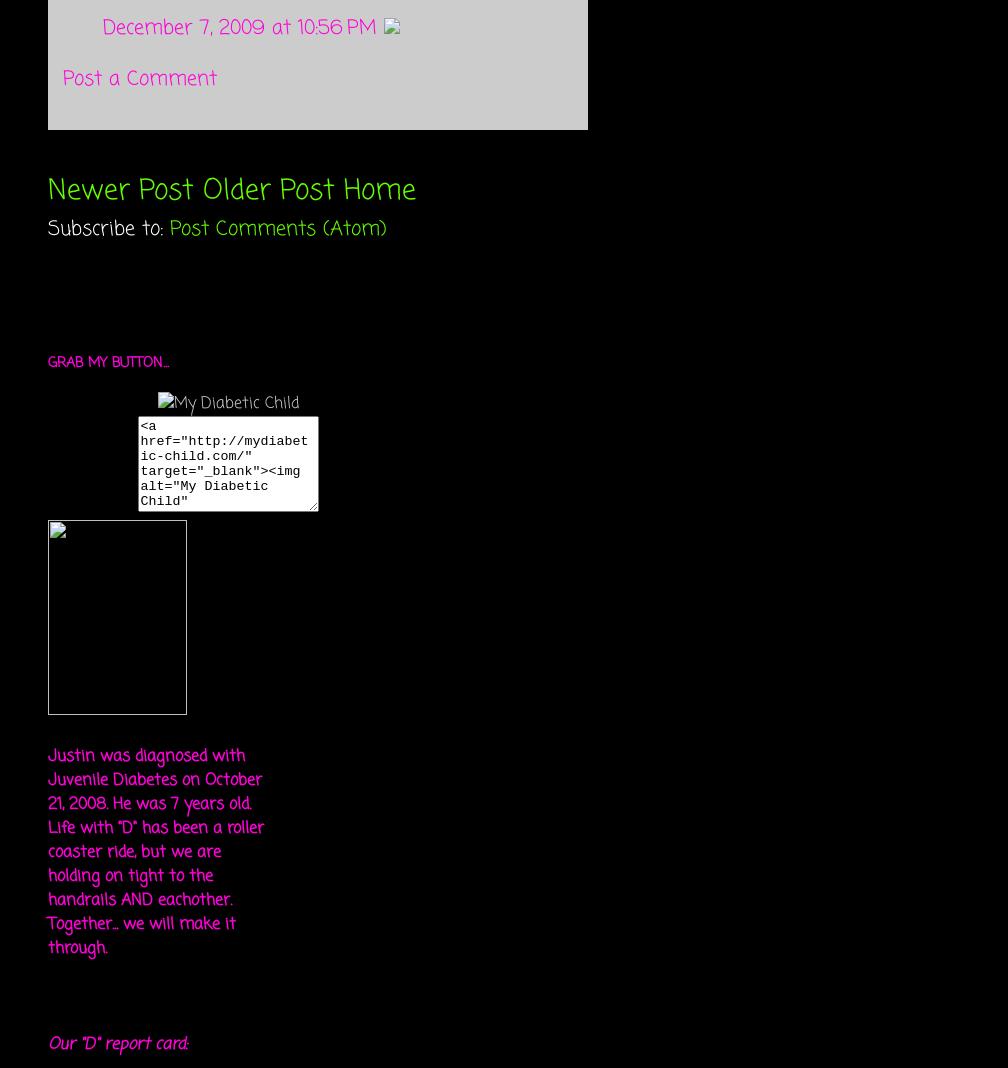  What do you see at coordinates (108, 228) in the screenshot?
I see `'Subscribe to:'` at bounding box center [108, 228].